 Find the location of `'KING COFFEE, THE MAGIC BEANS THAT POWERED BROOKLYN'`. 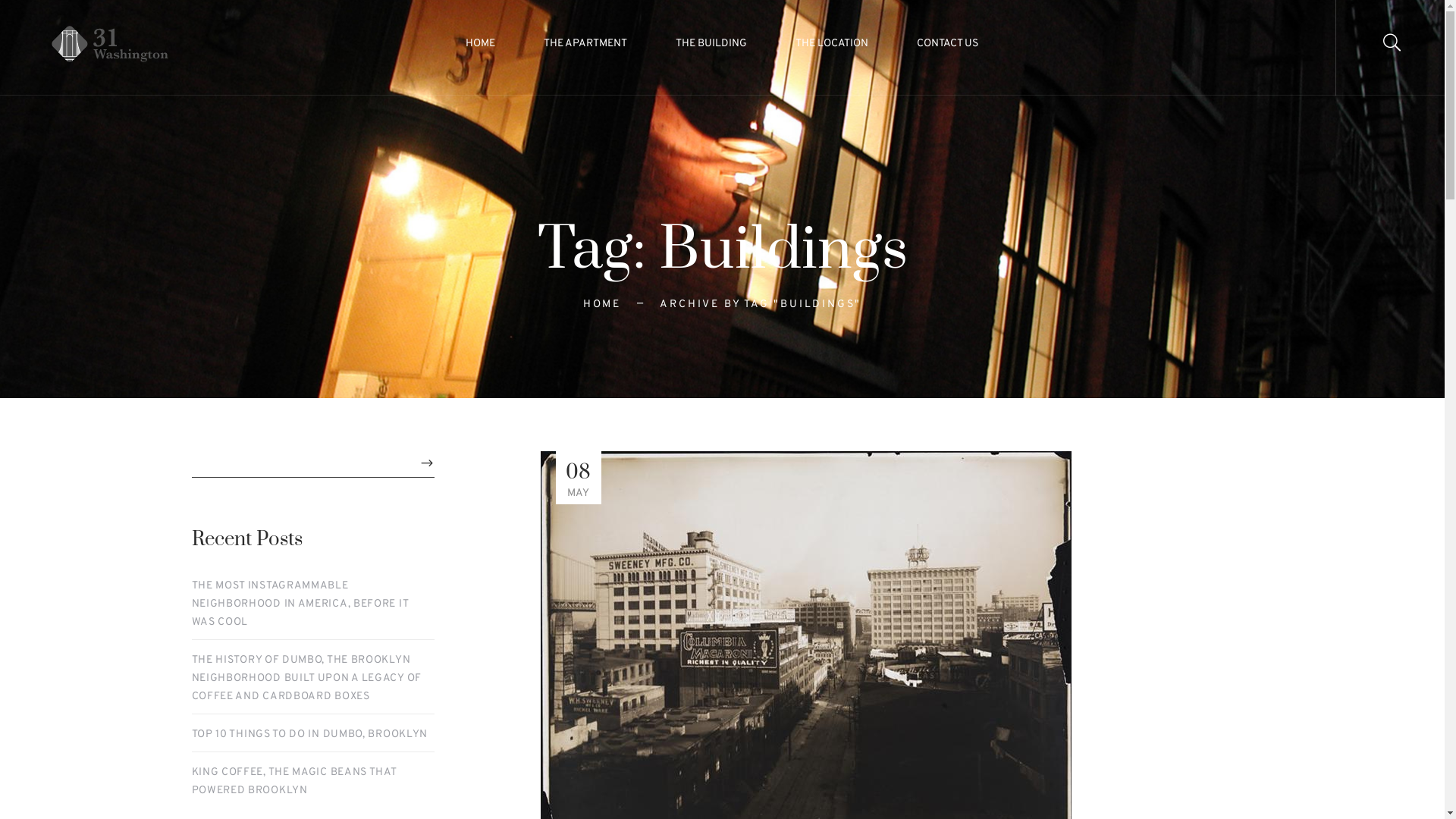

'KING COFFEE, THE MAGIC BEANS THAT POWERED BROOKLYN' is located at coordinates (312, 781).